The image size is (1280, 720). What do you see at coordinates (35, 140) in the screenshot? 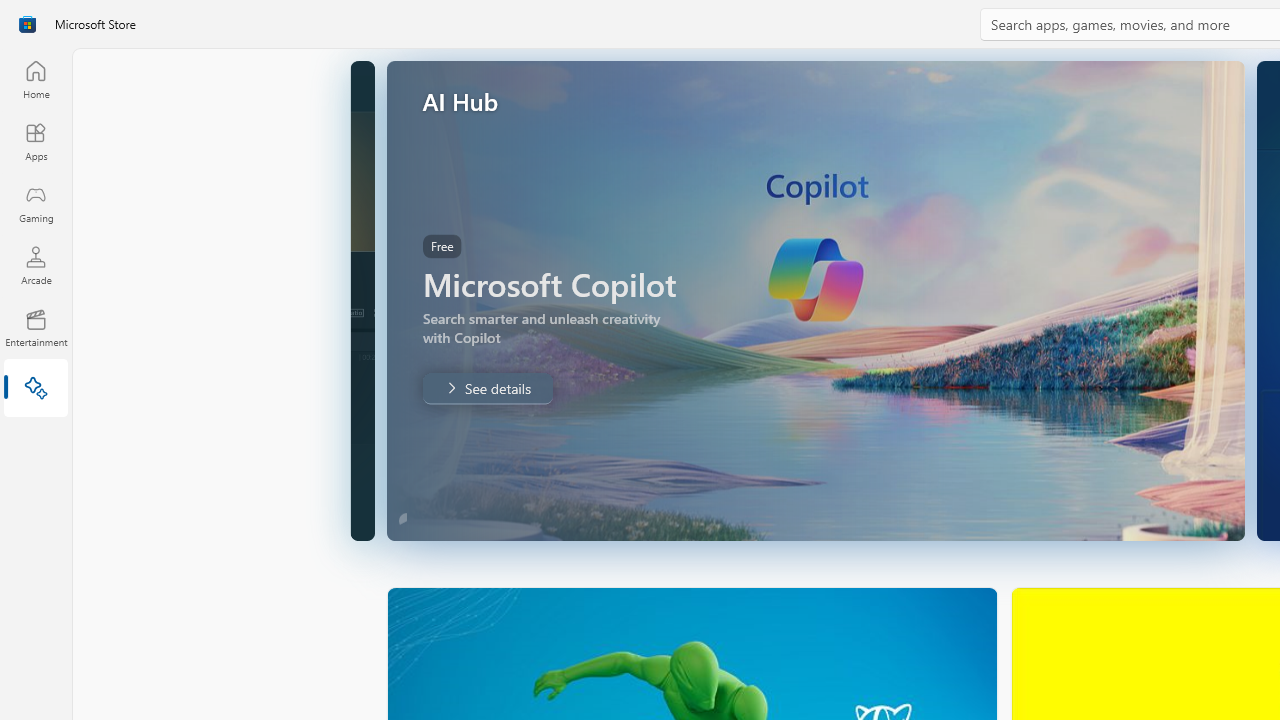
I see `'Apps'` at bounding box center [35, 140].